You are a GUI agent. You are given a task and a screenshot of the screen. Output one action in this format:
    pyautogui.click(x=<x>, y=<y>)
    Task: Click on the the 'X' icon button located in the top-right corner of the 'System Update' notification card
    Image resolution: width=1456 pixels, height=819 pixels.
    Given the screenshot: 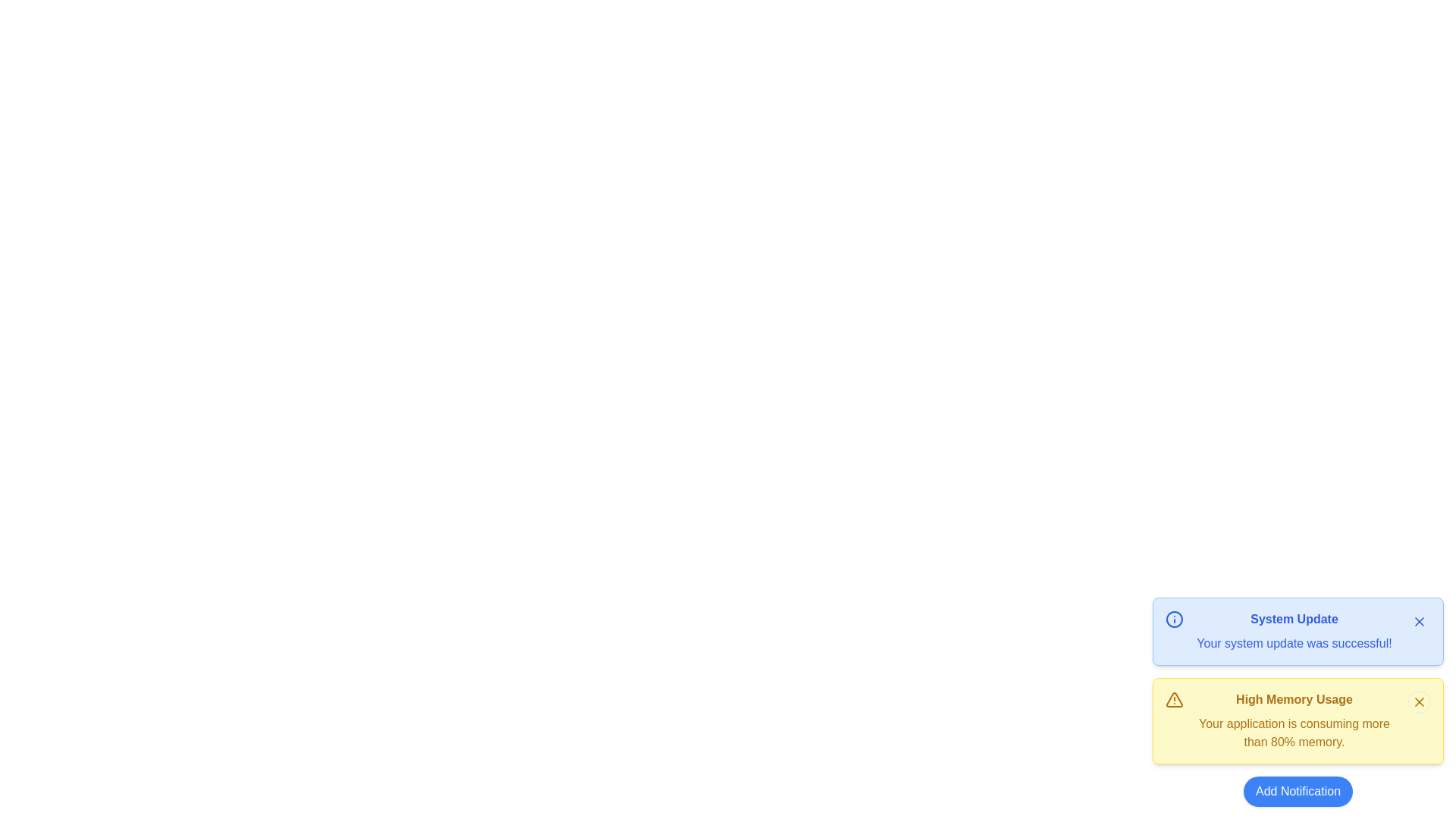 What is the action you would take?
    pyautogui.click(x=1419, y=622)
    